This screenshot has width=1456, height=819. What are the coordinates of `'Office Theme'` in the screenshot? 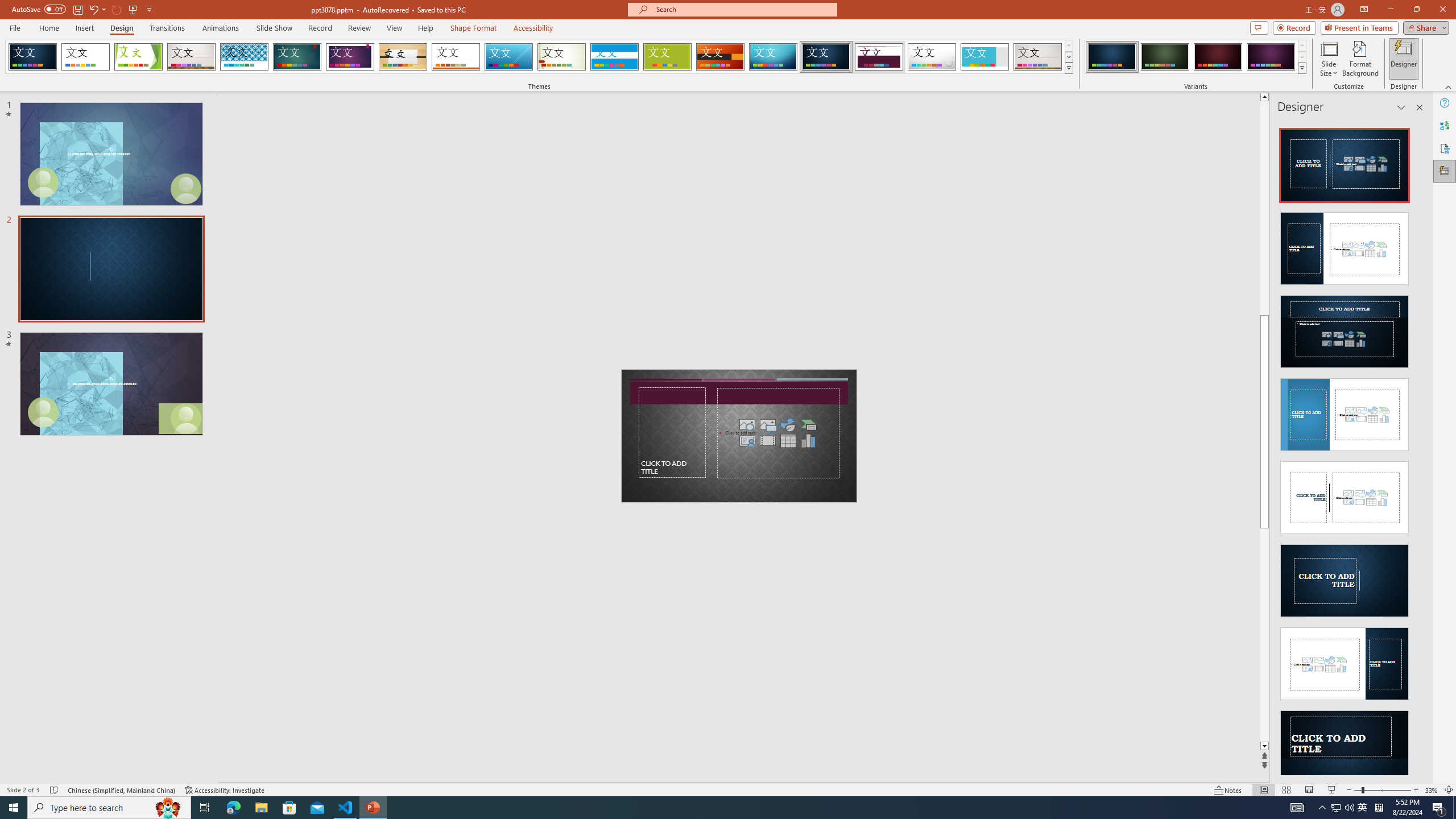 It's located at (85, 56).